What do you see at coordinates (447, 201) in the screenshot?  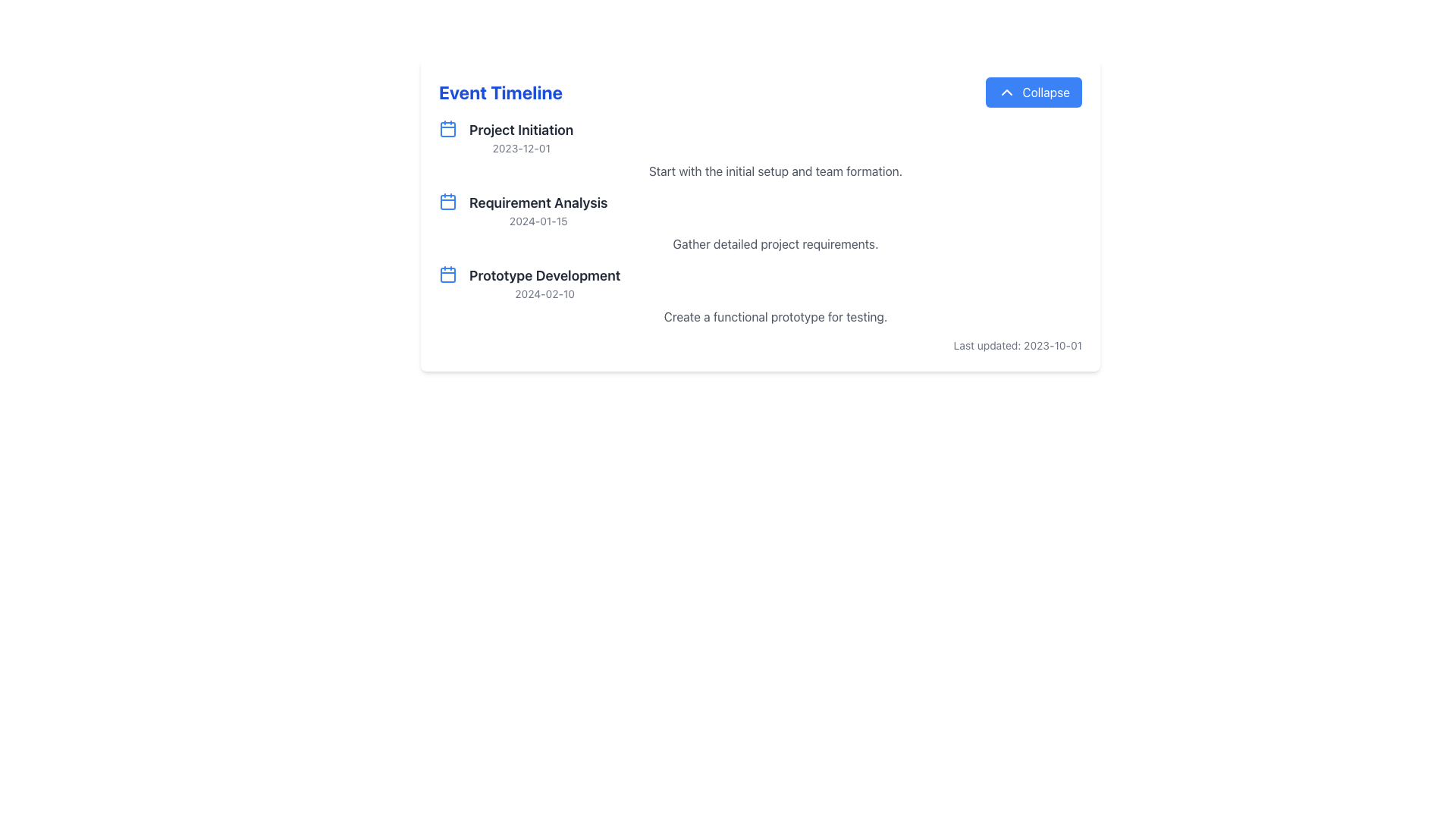 I see `the calendar icon, which is a square with curved corners and a blue stroke, located to the left of the text 'Requirement Analysis 2024-01-15'` at bounding box center [447, 201].